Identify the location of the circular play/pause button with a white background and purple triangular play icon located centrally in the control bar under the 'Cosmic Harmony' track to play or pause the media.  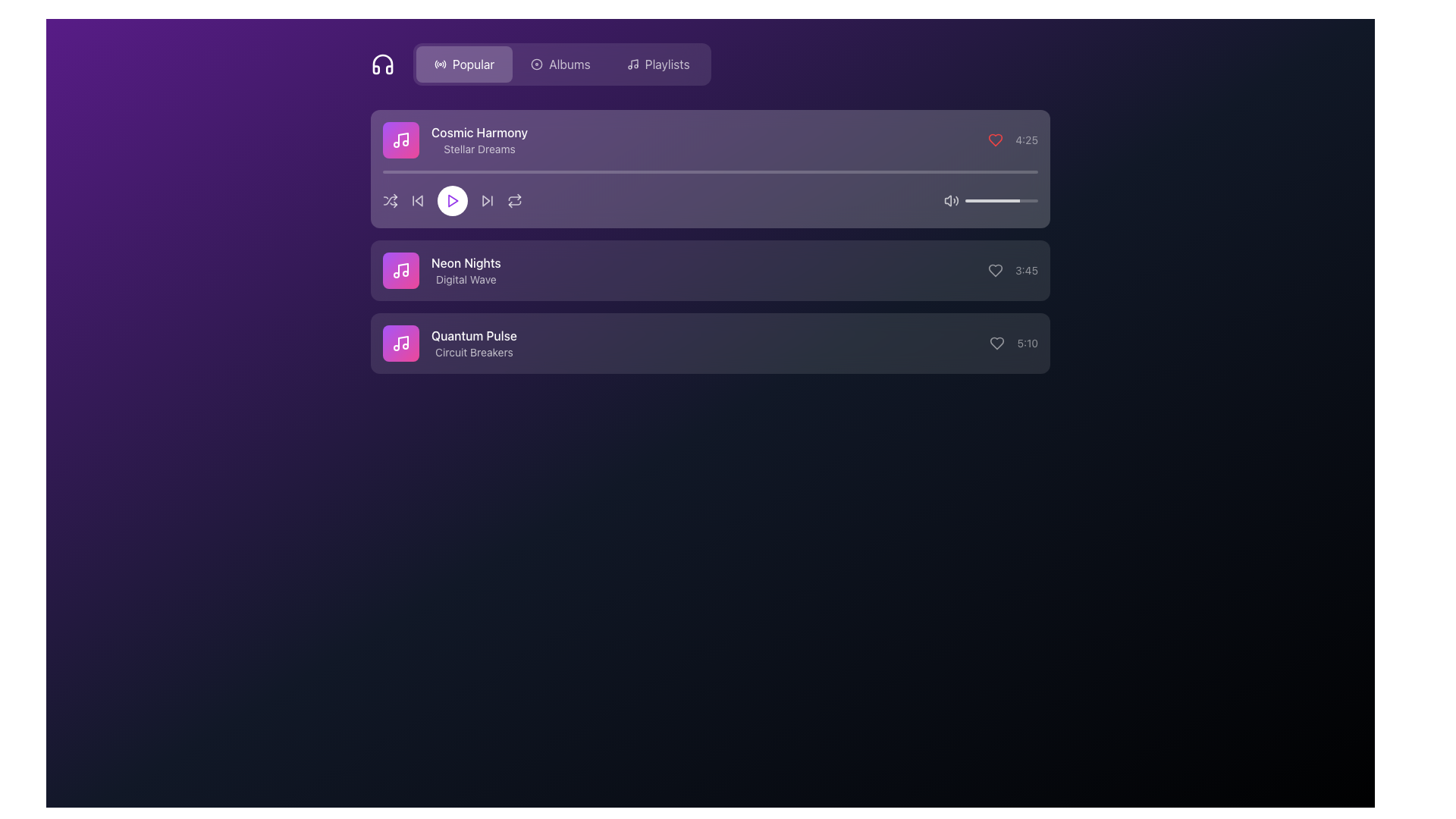
(451, 200).